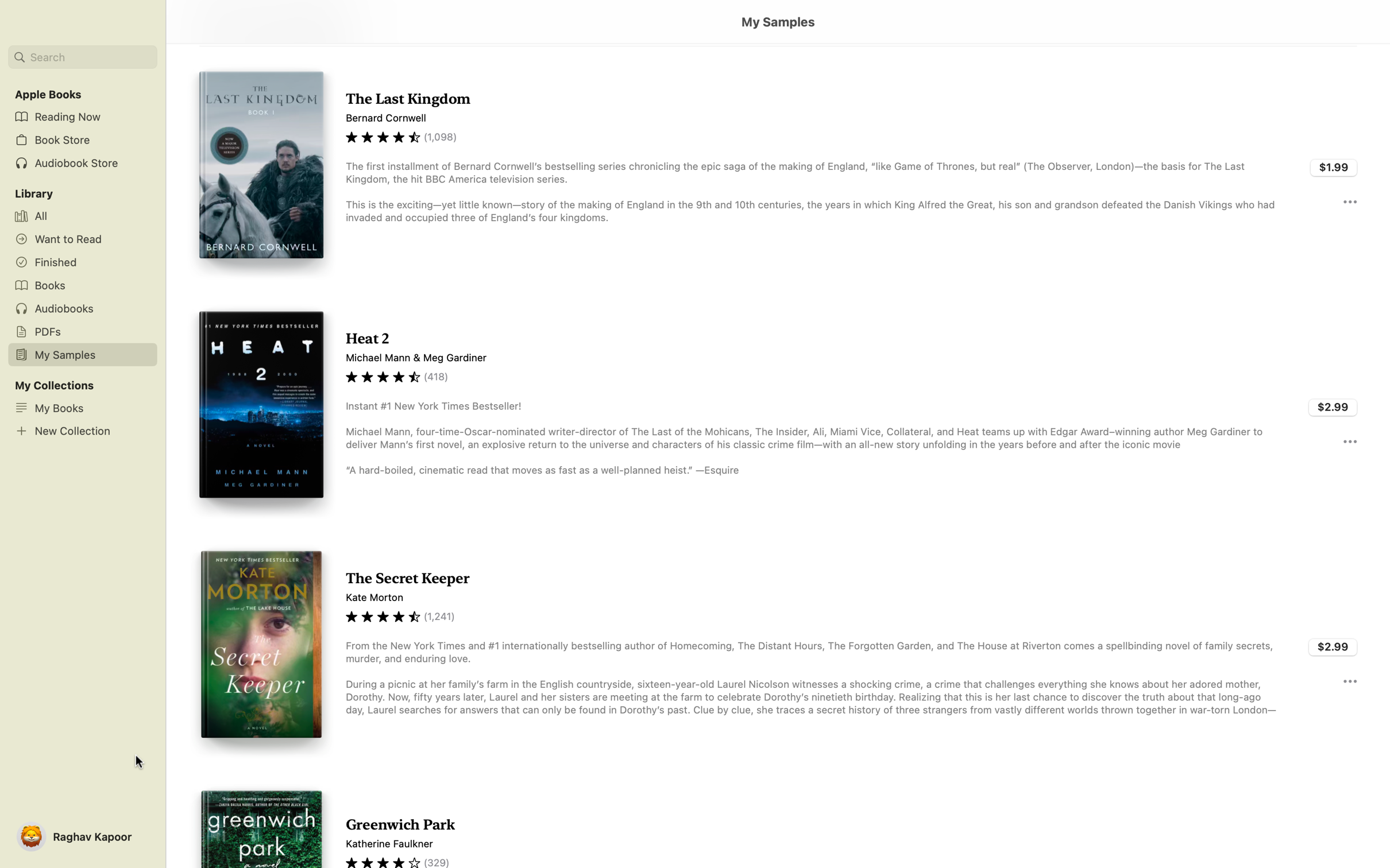 The height and width of the screenshot is (868, 1390). I want to click on Procure the "Heat 2" book, so click(1333, 406).